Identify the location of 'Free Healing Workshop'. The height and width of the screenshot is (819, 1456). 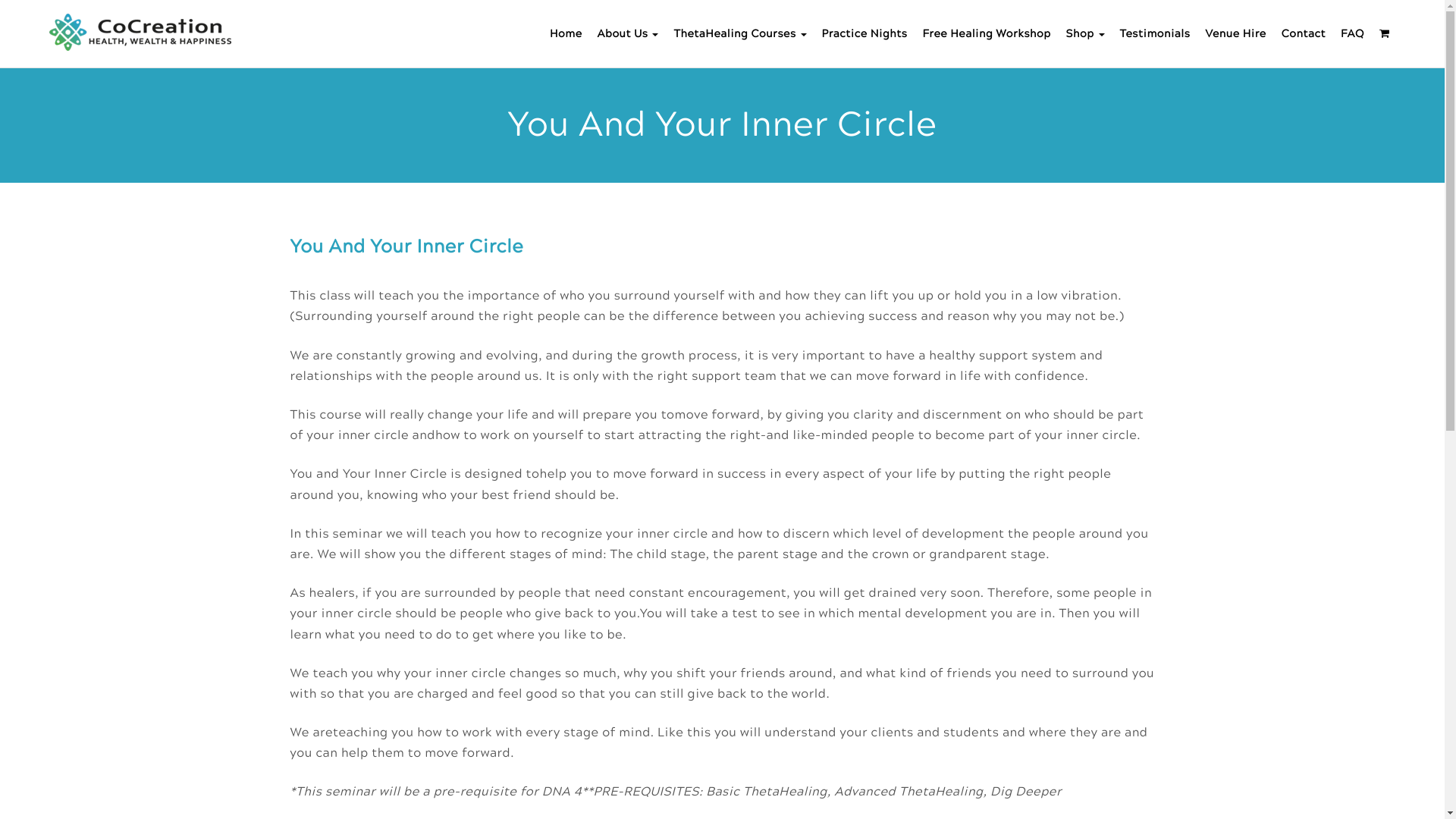
(986, 32).